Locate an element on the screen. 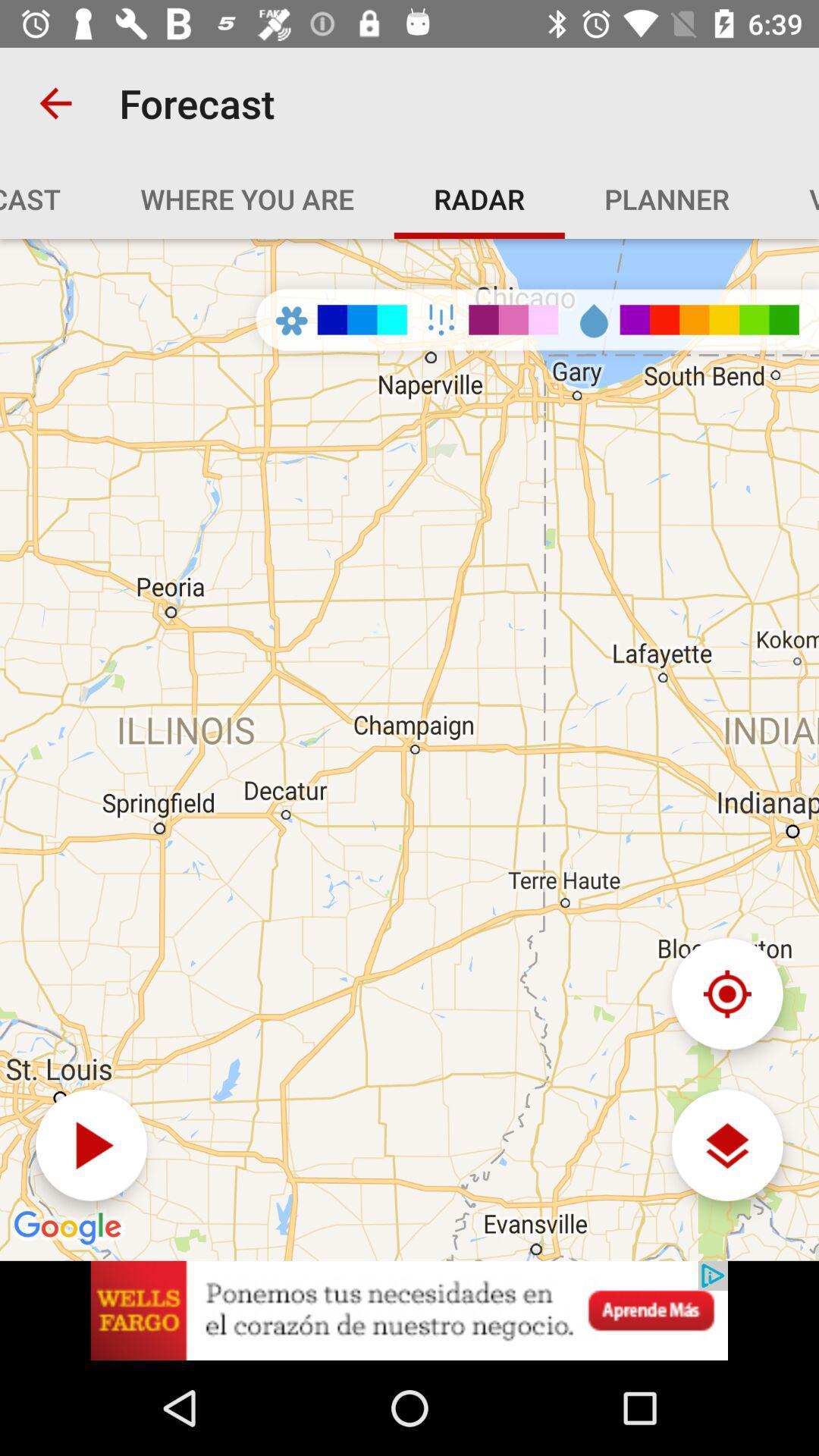  show location is located at coordinates (726, 993).